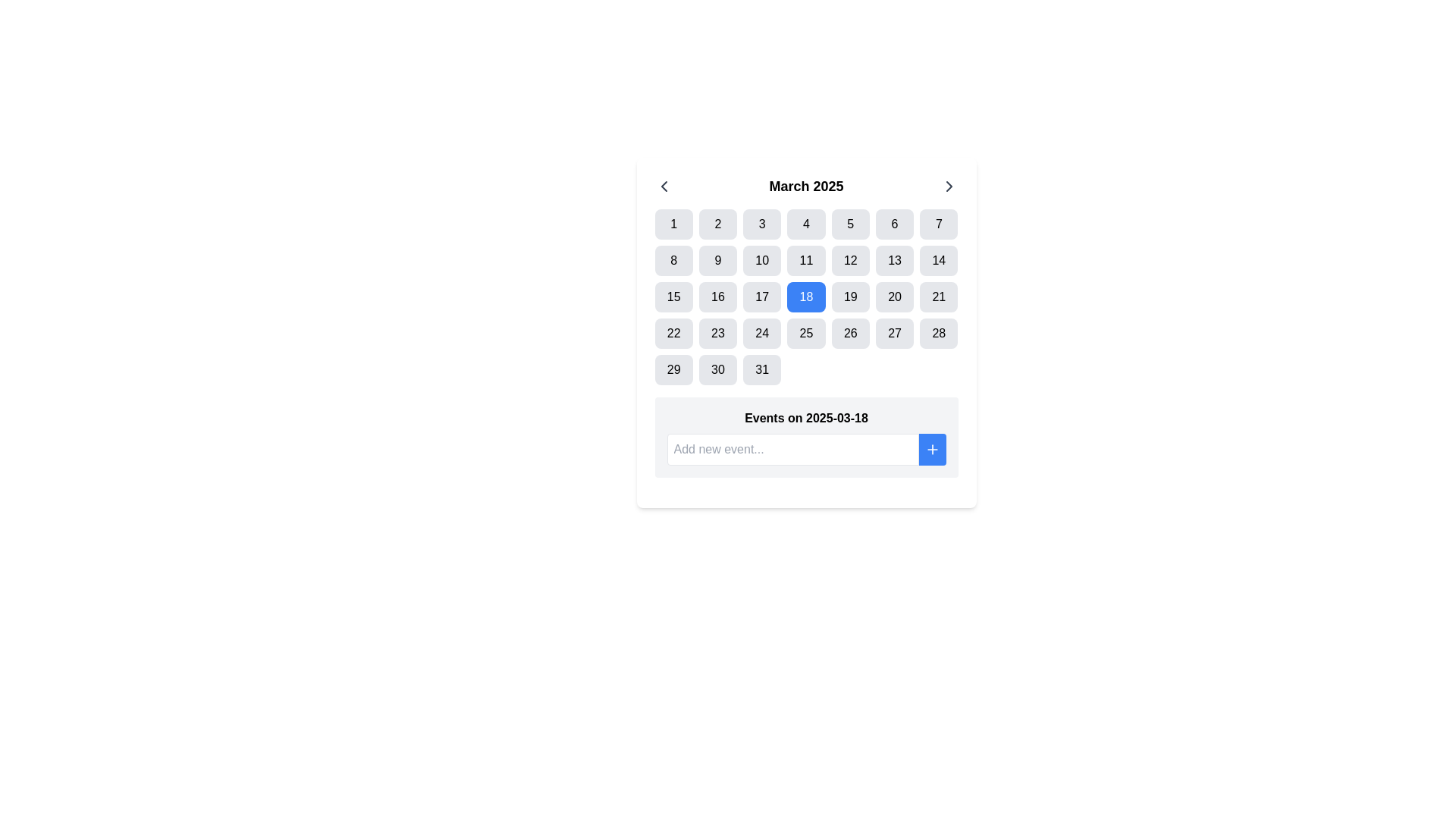  I want to click on the button displaying the number '4' located in the first row and fourth column of the calendar grid for March 2025, so click(805, 224).